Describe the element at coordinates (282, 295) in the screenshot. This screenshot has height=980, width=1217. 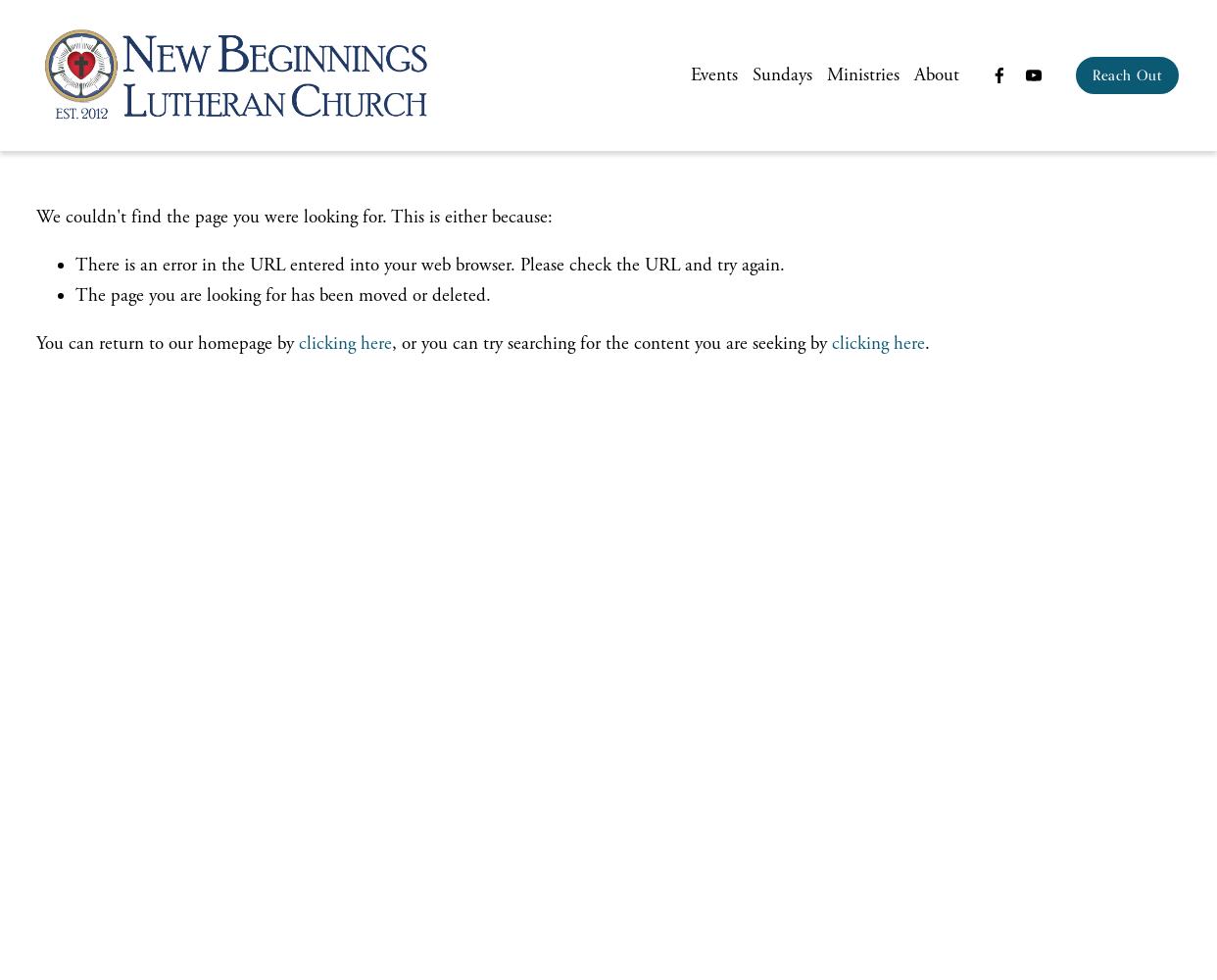
I see `'The page you are looking for has been moved or deleted.'` at that location.